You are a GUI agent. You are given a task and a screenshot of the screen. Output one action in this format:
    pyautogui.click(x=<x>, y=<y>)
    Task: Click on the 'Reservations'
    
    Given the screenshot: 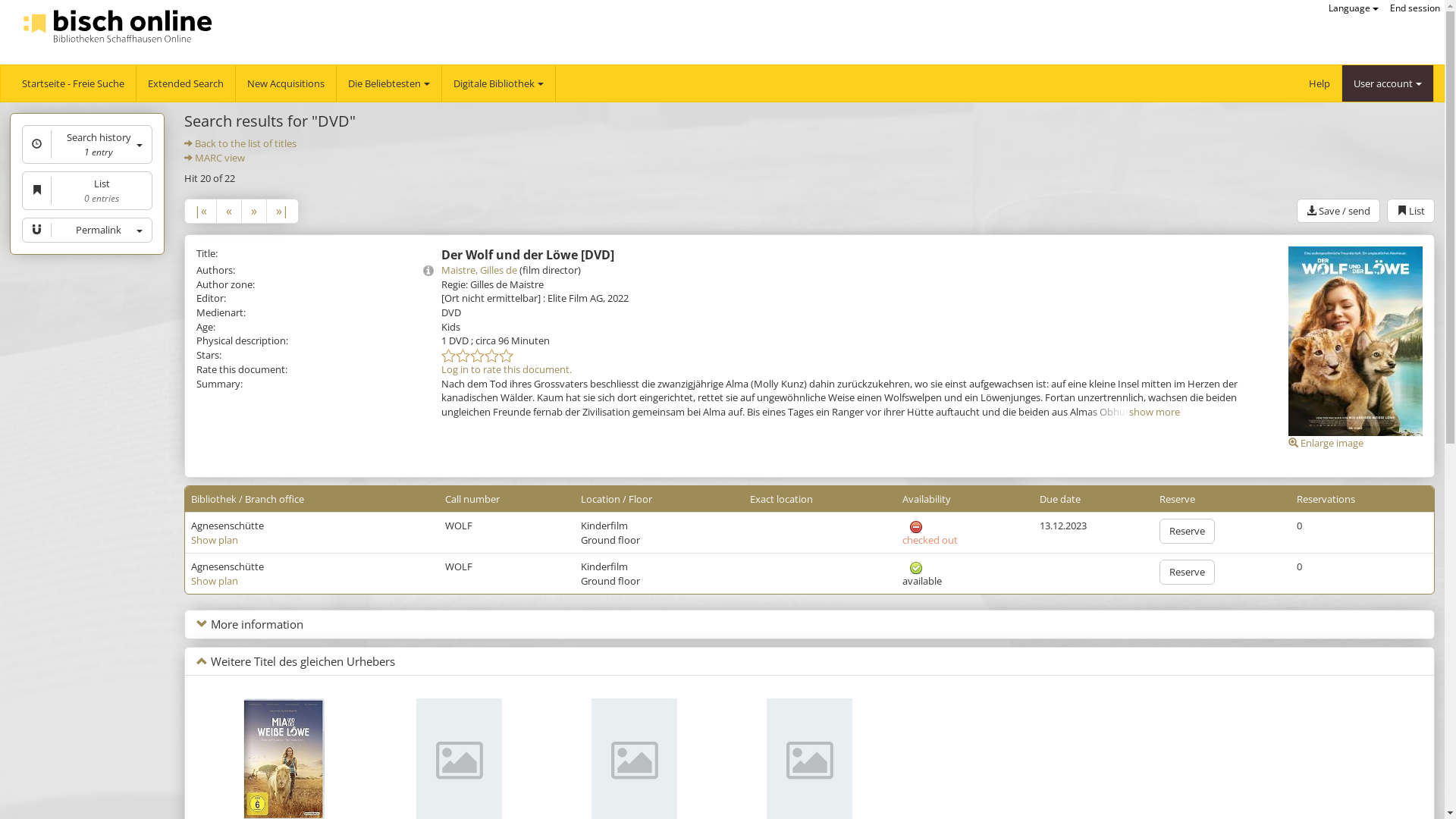 What is the action you would take?
    pyautogui.click(x=1325, y=499)
    